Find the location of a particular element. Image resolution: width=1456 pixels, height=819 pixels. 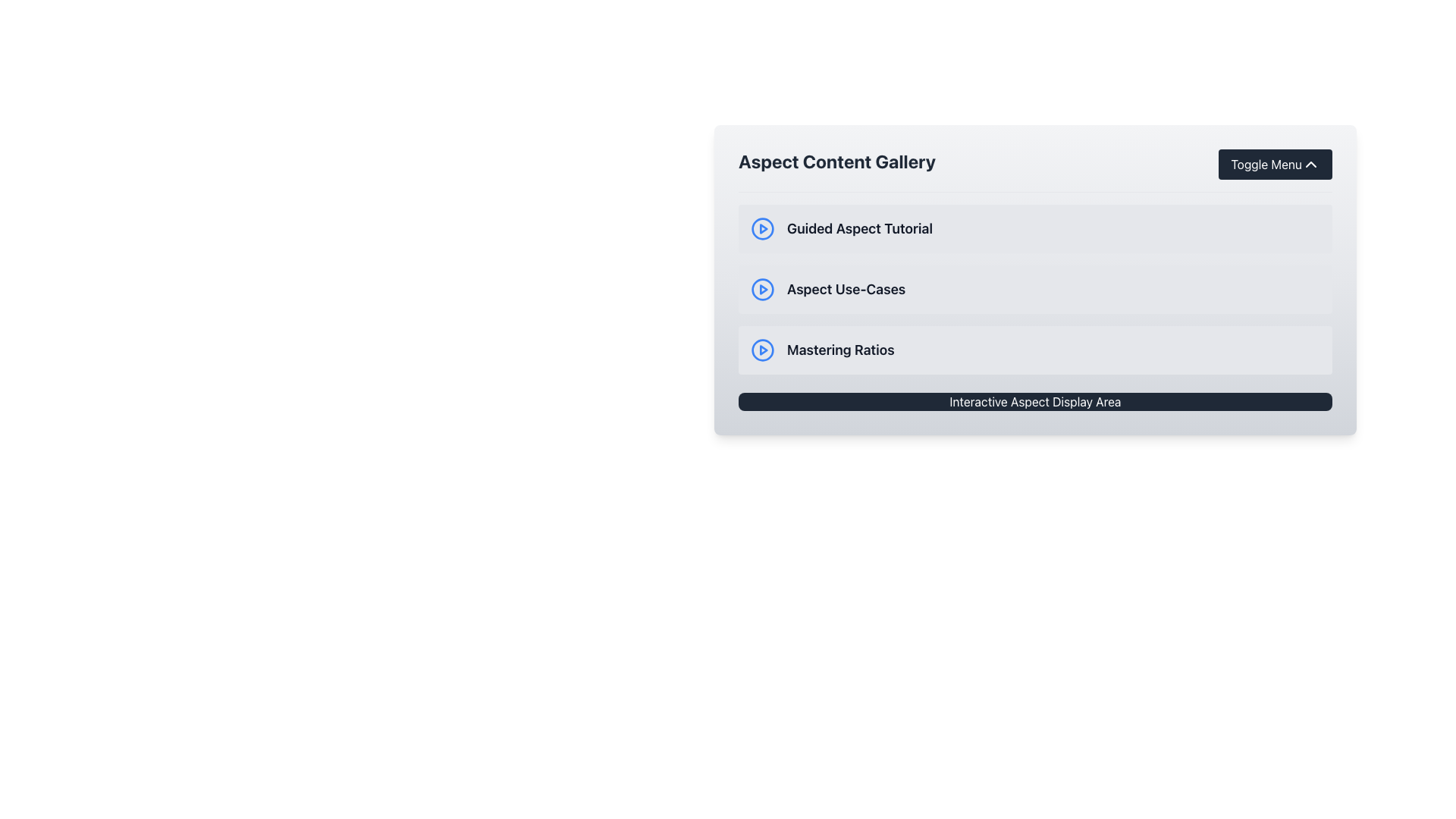

the inner circular outline of the play button icon located in the middle row of the list item labeled 'Aspect Use-Cases' is located at coordinates (763, 289).